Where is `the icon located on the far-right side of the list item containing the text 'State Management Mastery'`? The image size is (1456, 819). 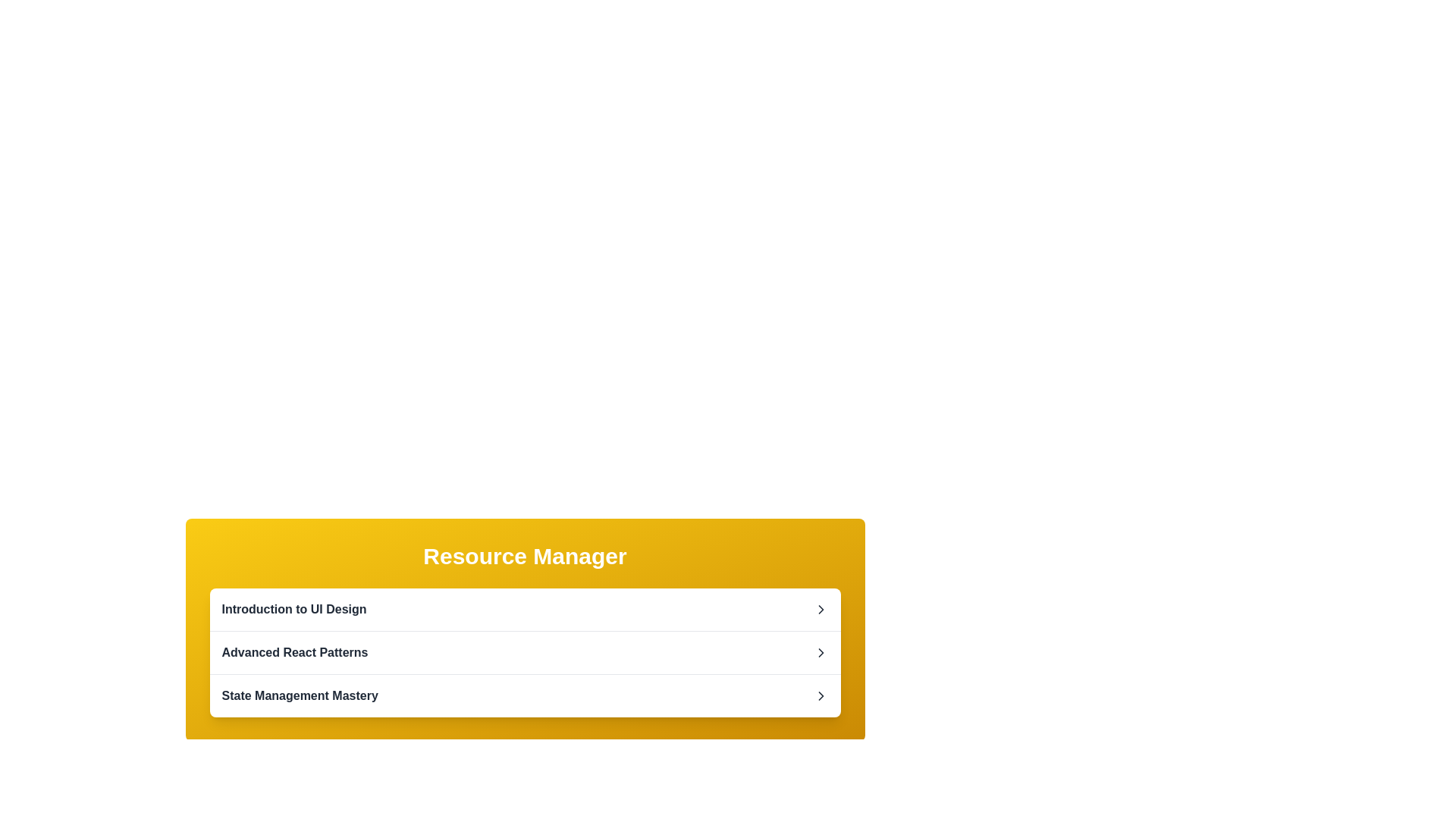
the icon located on the far-right side of the list item containing the text 'State Management Mastery' is located at coordinates (820, 696).